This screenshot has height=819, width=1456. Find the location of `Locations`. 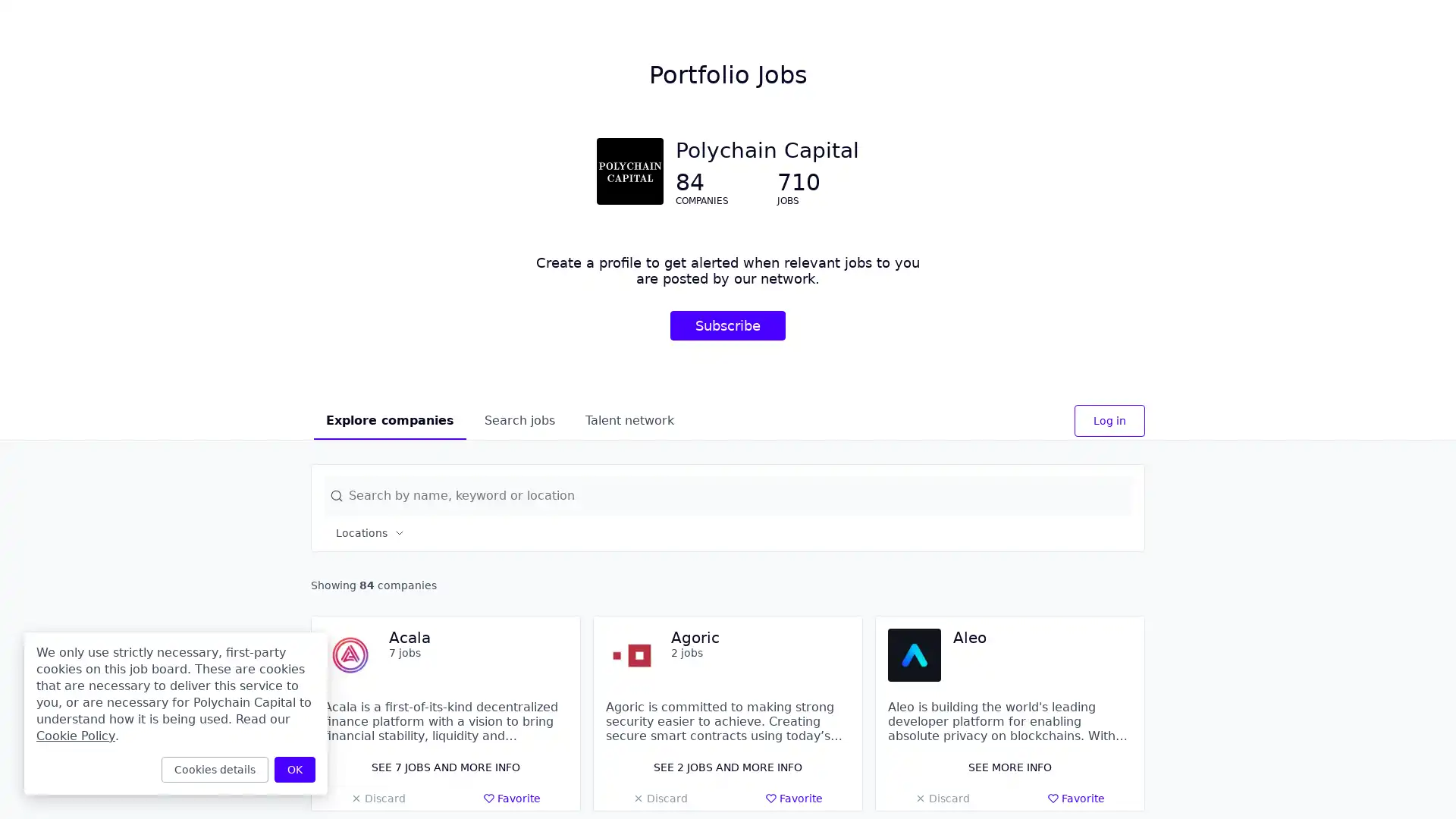

Locations is located at coordinates (371, 532).